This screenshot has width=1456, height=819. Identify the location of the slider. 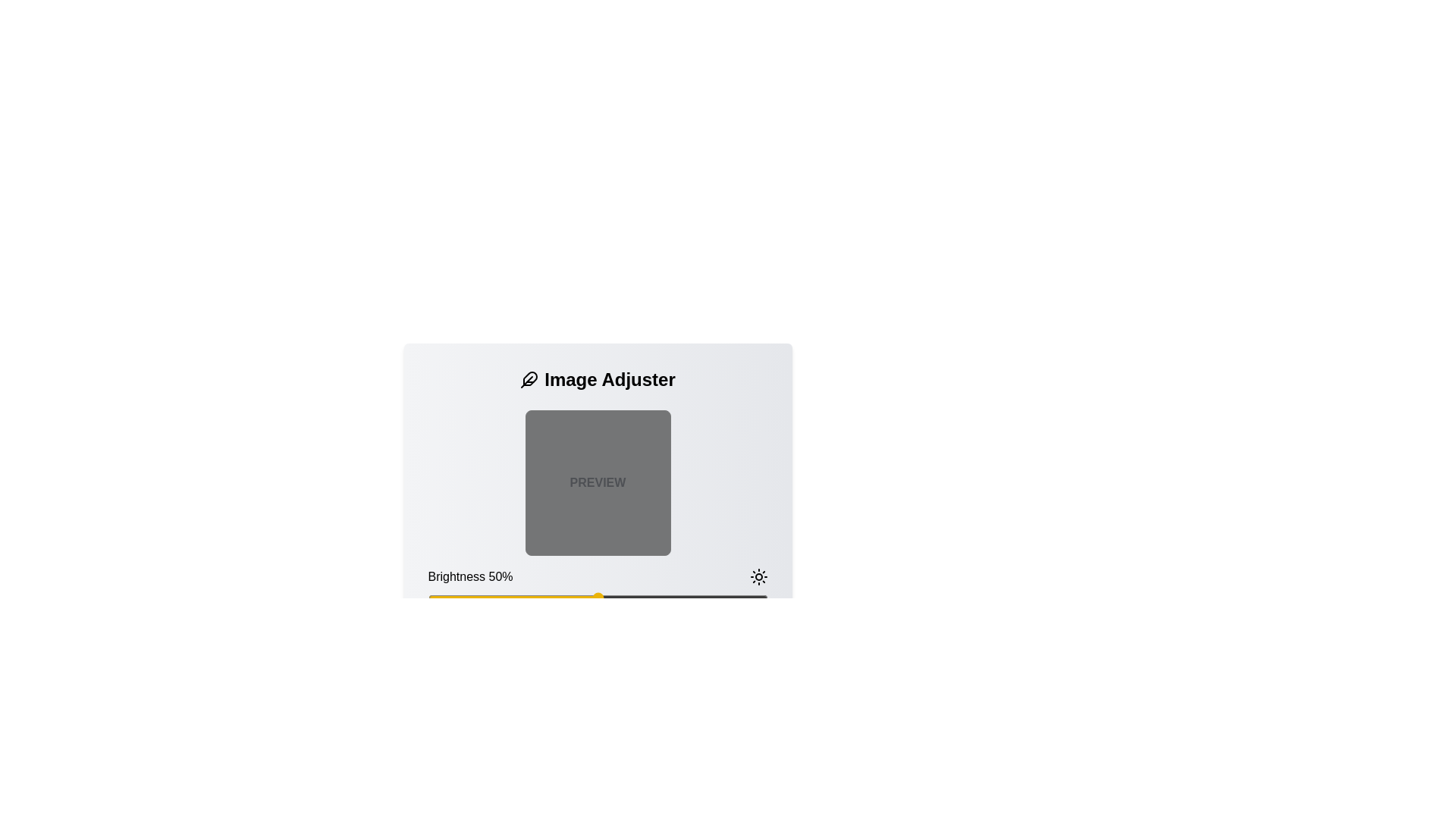
(695, 598).